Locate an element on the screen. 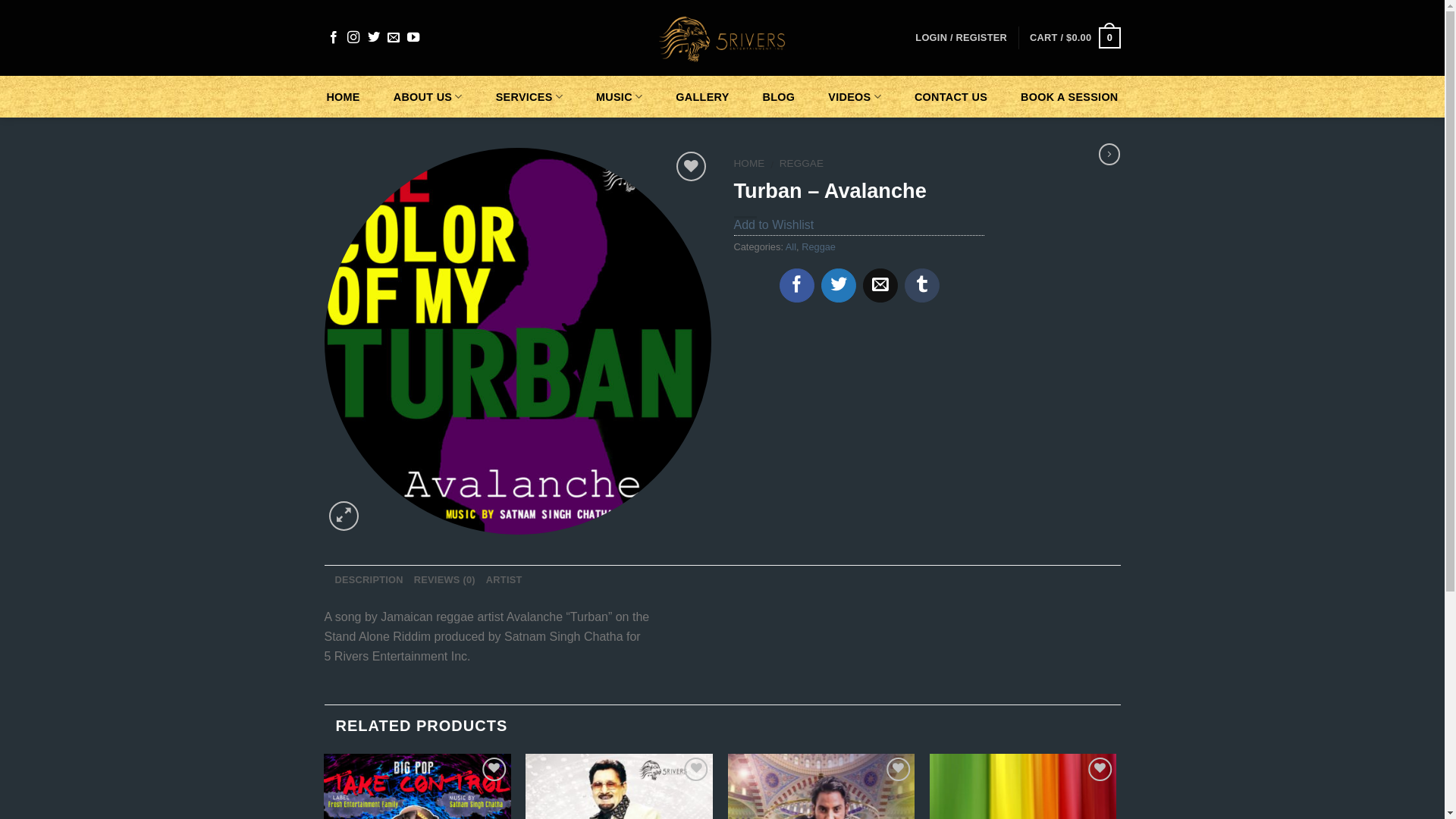  'HOME' is located at coordinates (749, 163).